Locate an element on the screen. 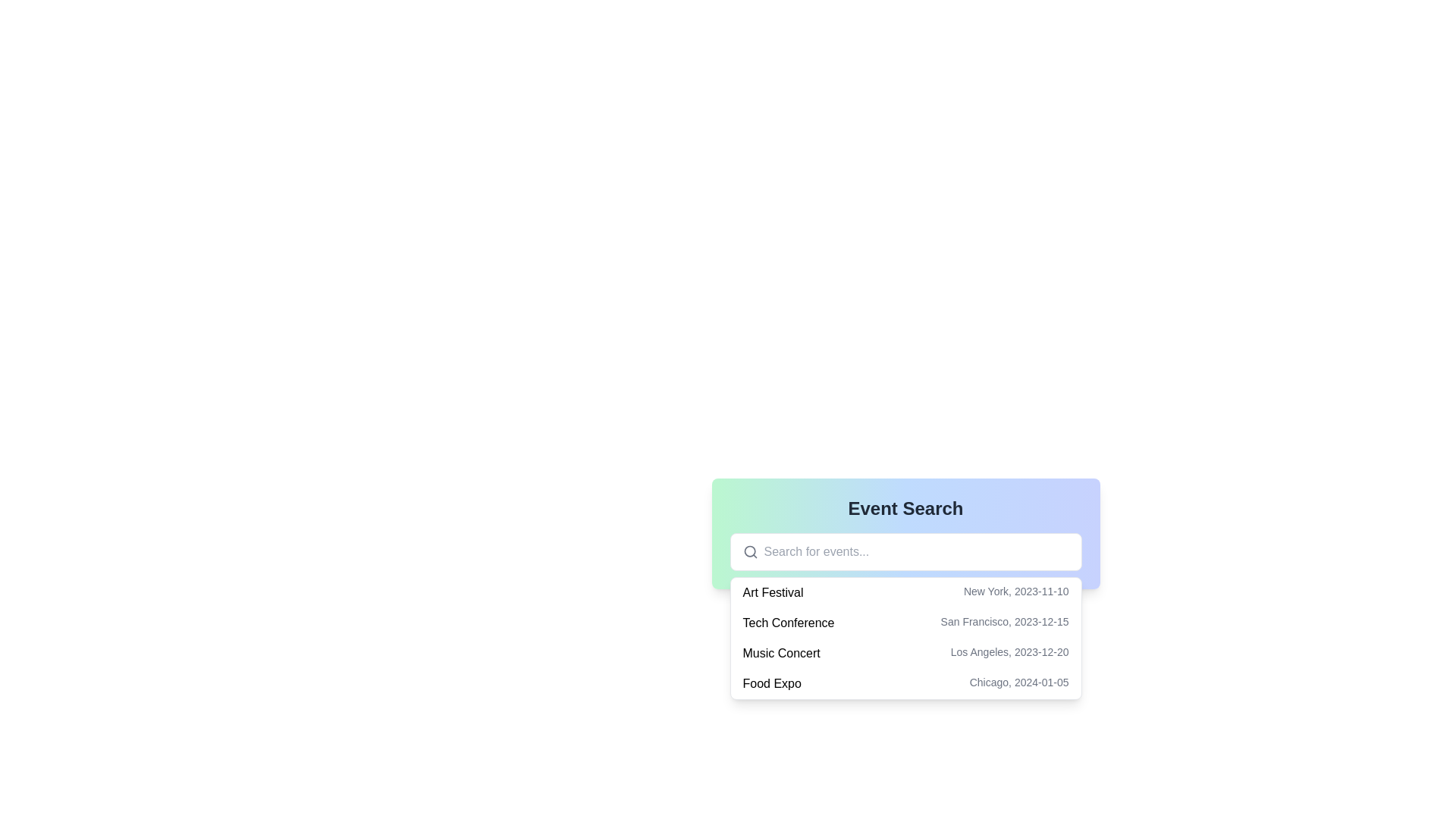  the first row list item displaying the title and date/location of an event in the 'Event Search' section below the 'Search for events...' bar is located at coordinates (905, 592).